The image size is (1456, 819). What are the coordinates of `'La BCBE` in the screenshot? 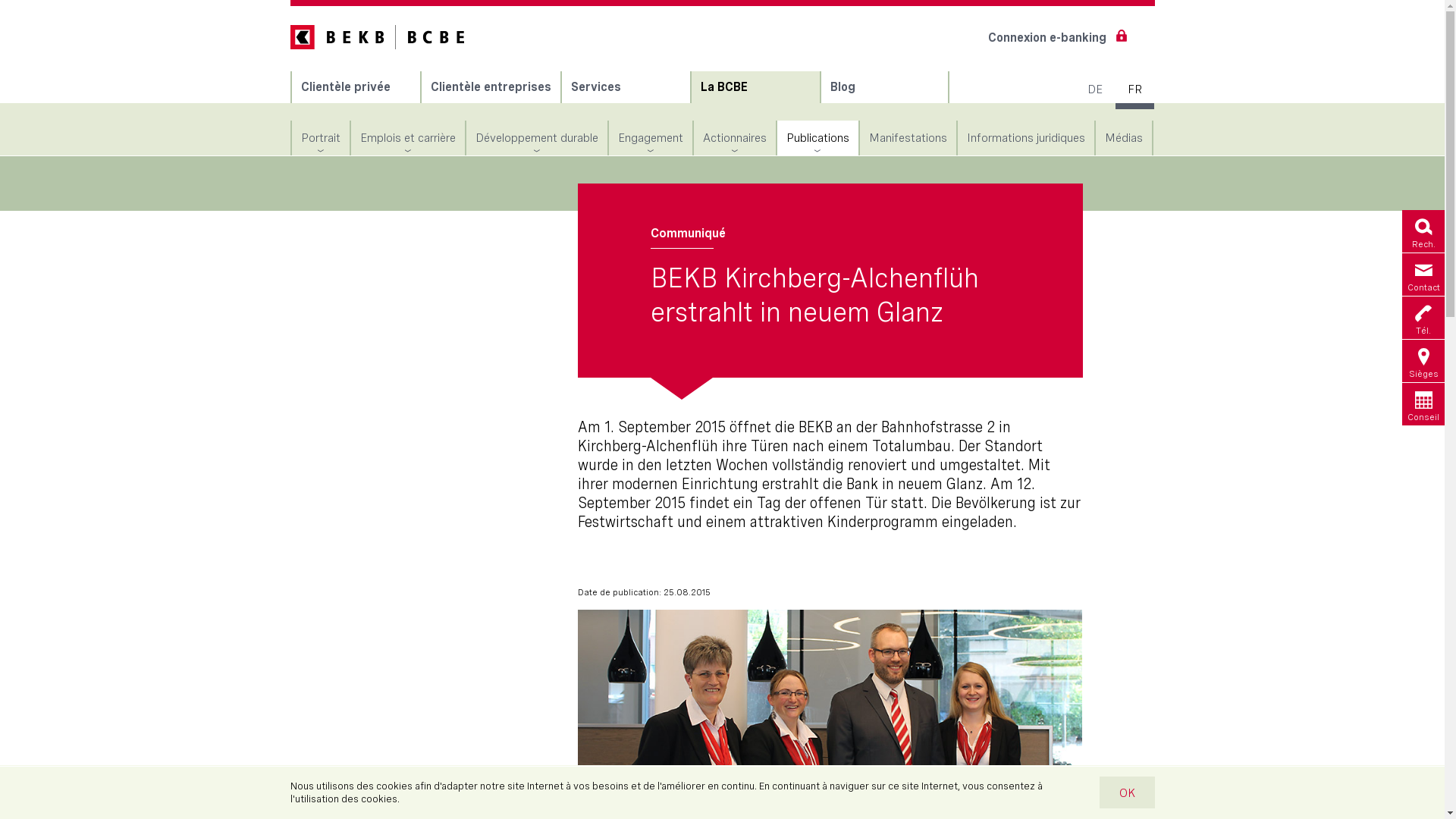 It's located at (691, 87).